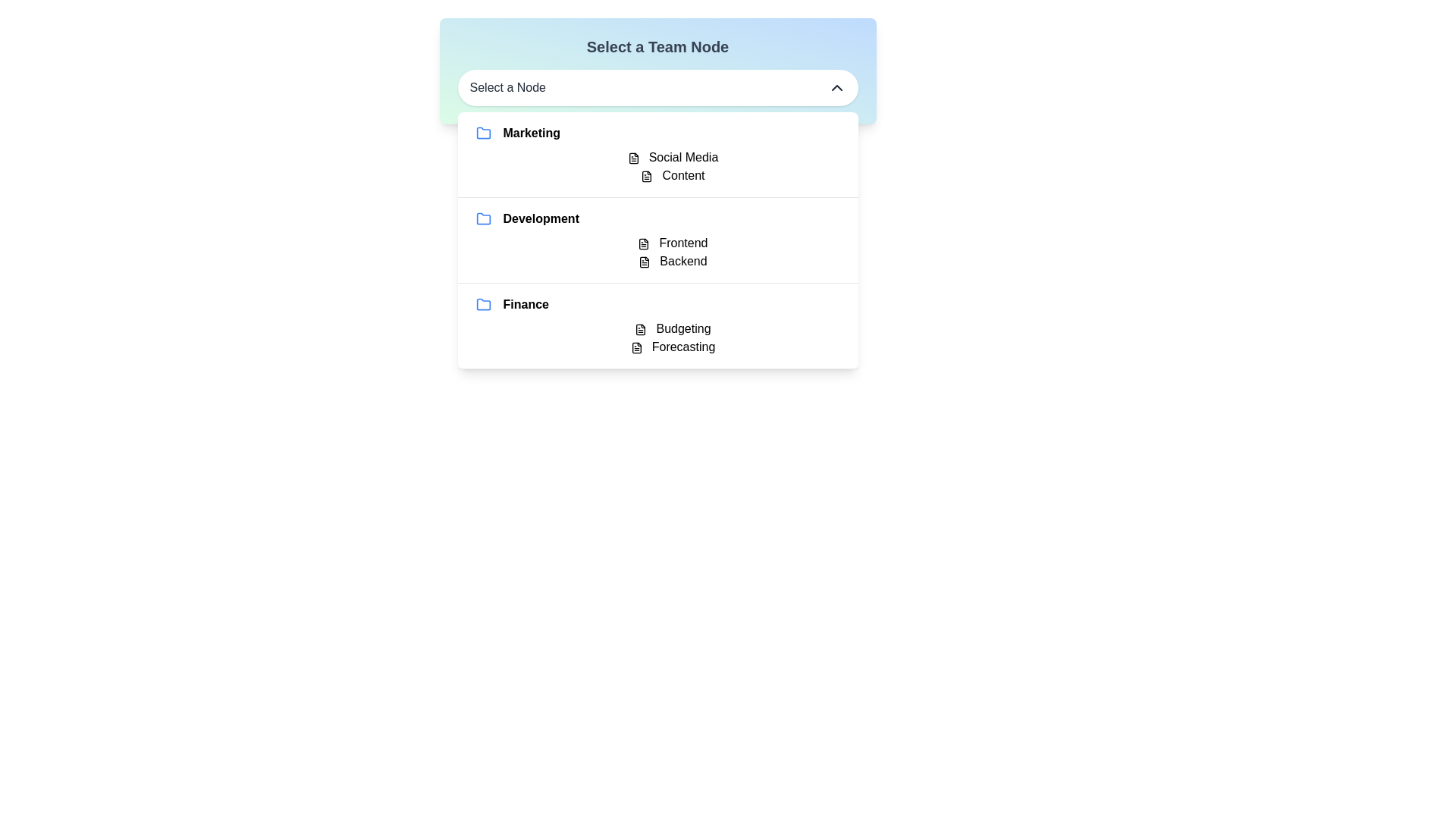 This screenshot has width=1456, height=819. Describe the element at coordinates (657, 240) in the screenshot. I see `the 'Frontend' sub-item within the 'Development' category in the navigation menu` at that location.